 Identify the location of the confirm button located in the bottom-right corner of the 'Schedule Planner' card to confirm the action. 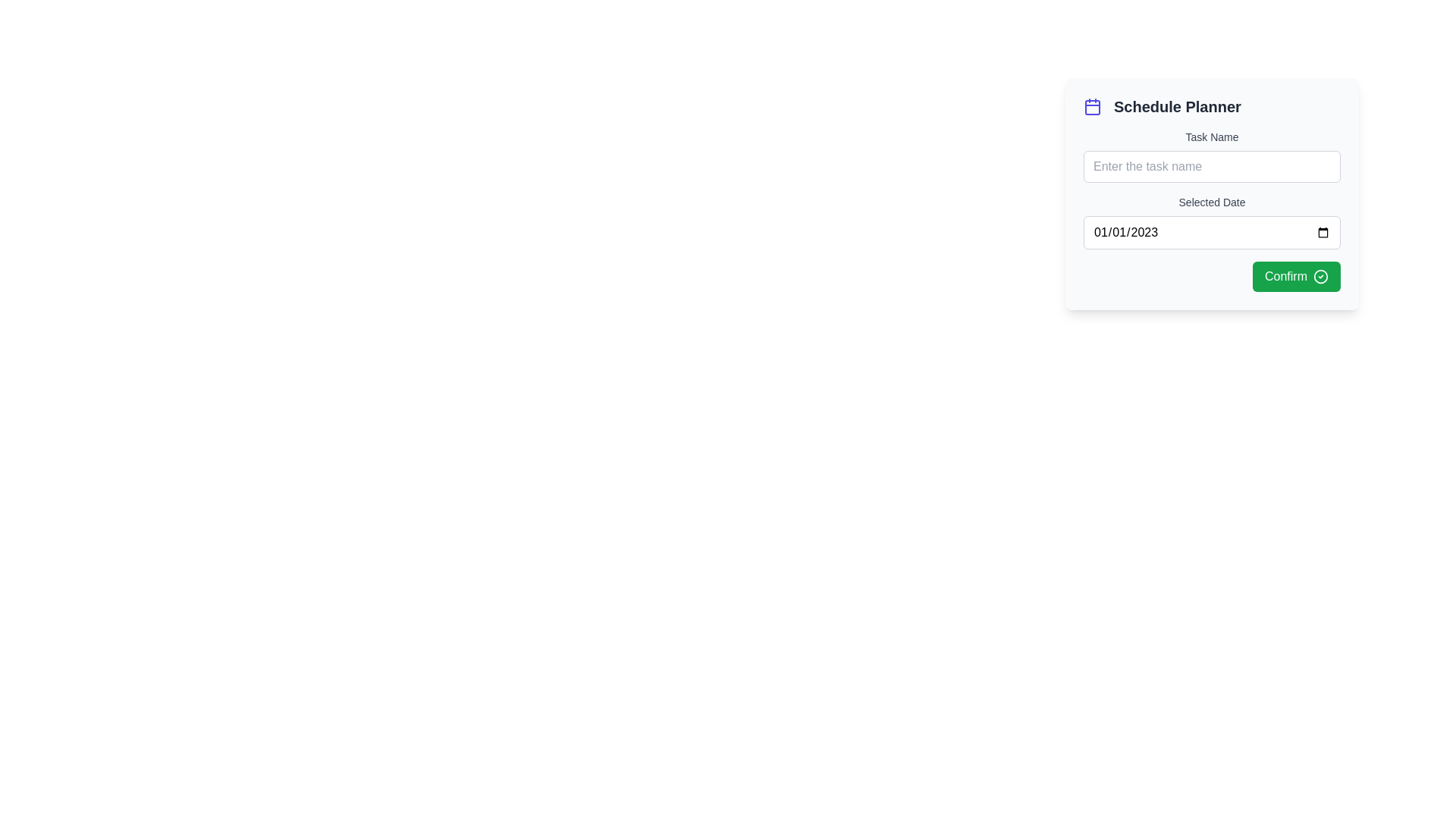
(1295, 277).